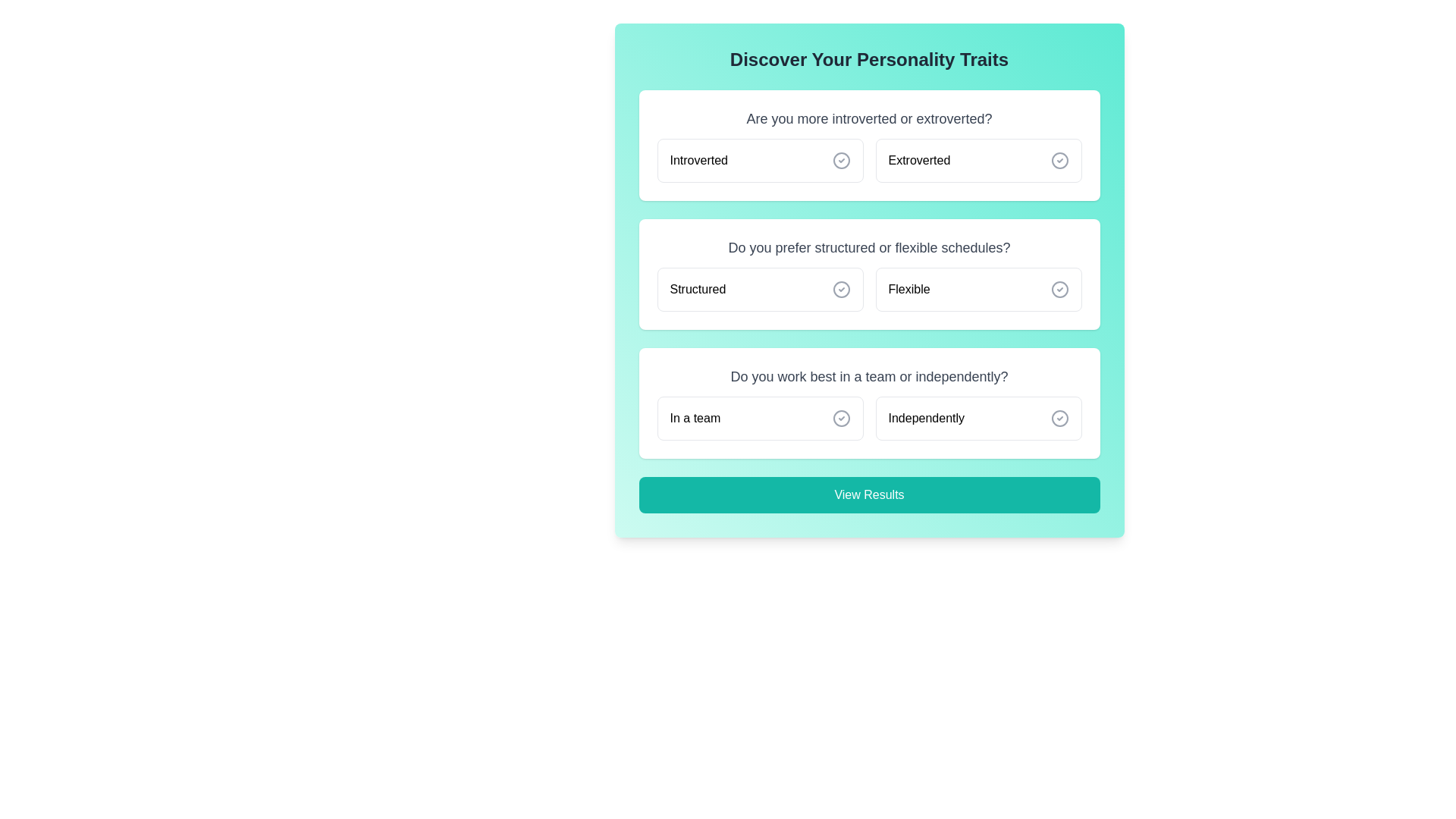  What do you see at coordinates (840, 289) in the screenshot?
I see `the radio button or status indicator icon representing the selected state for the 'Structured' option, located to the right of the text 'Structured' in the question 'Do you prefer structured or flexible schedules?'` at bounding box center [840, 289].